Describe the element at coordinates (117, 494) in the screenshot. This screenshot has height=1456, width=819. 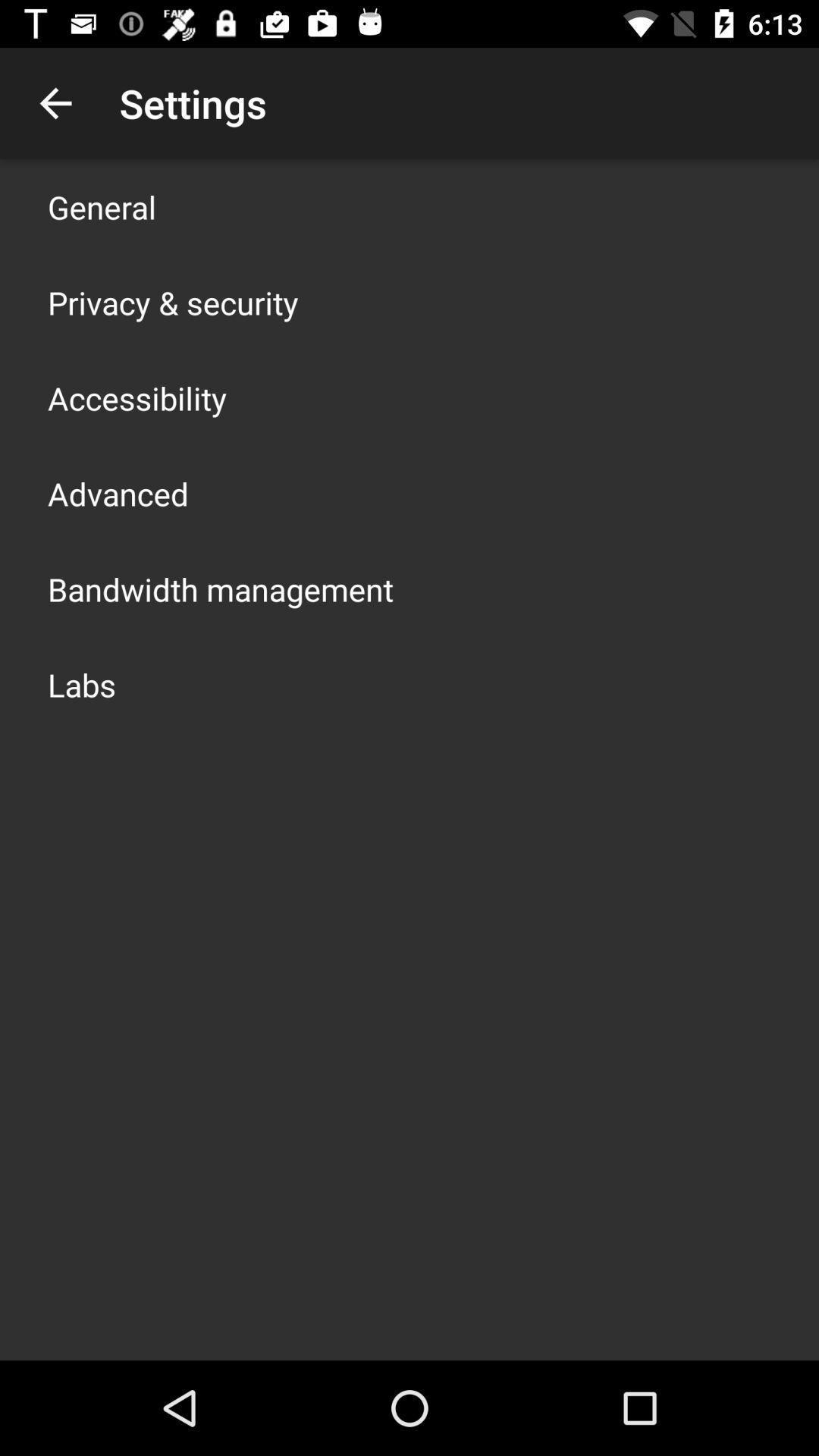
I see `advanced item` at that location.